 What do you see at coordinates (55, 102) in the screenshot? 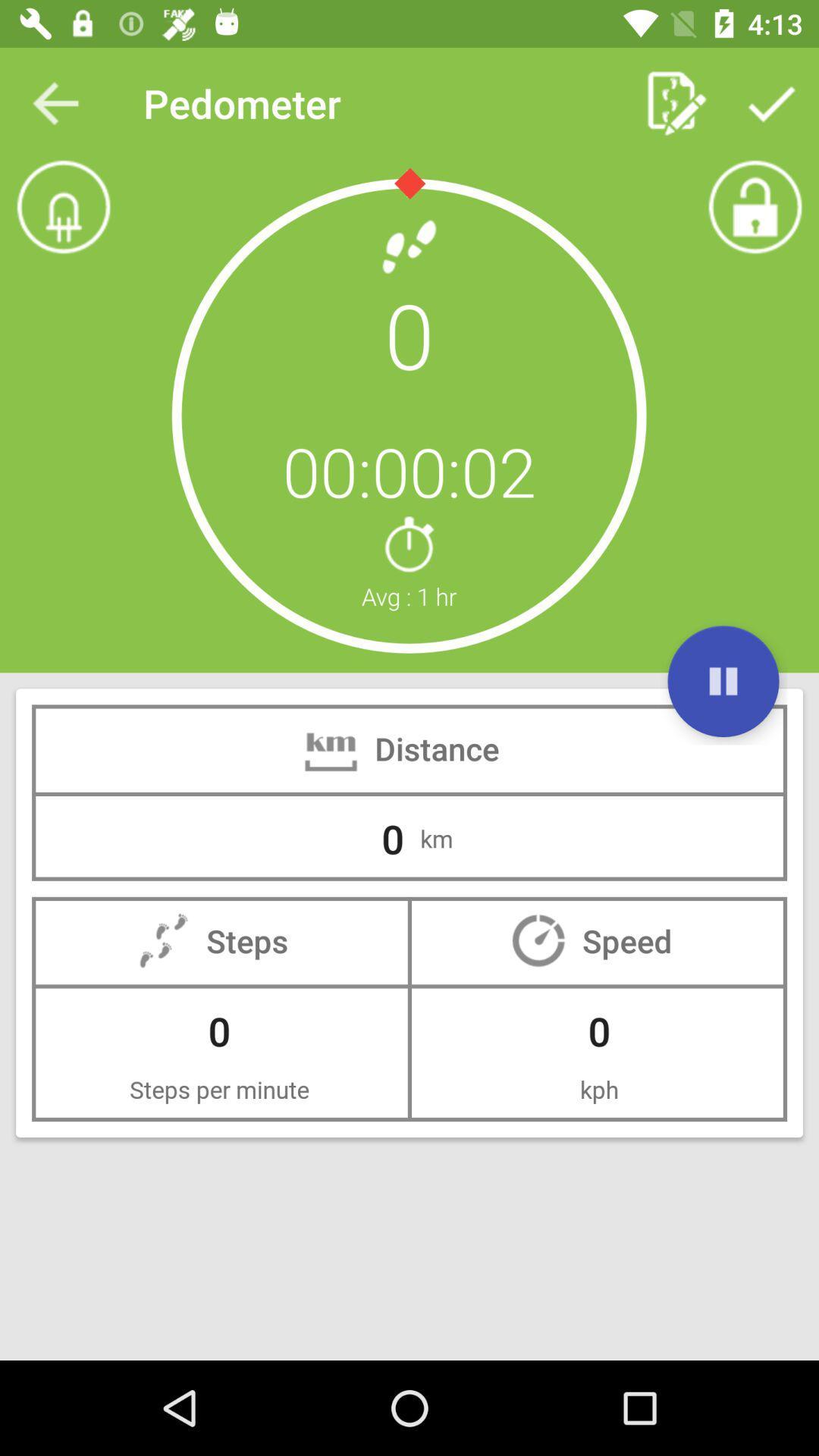
I see `icon above the 0 item` at bounding box center [55, 102].